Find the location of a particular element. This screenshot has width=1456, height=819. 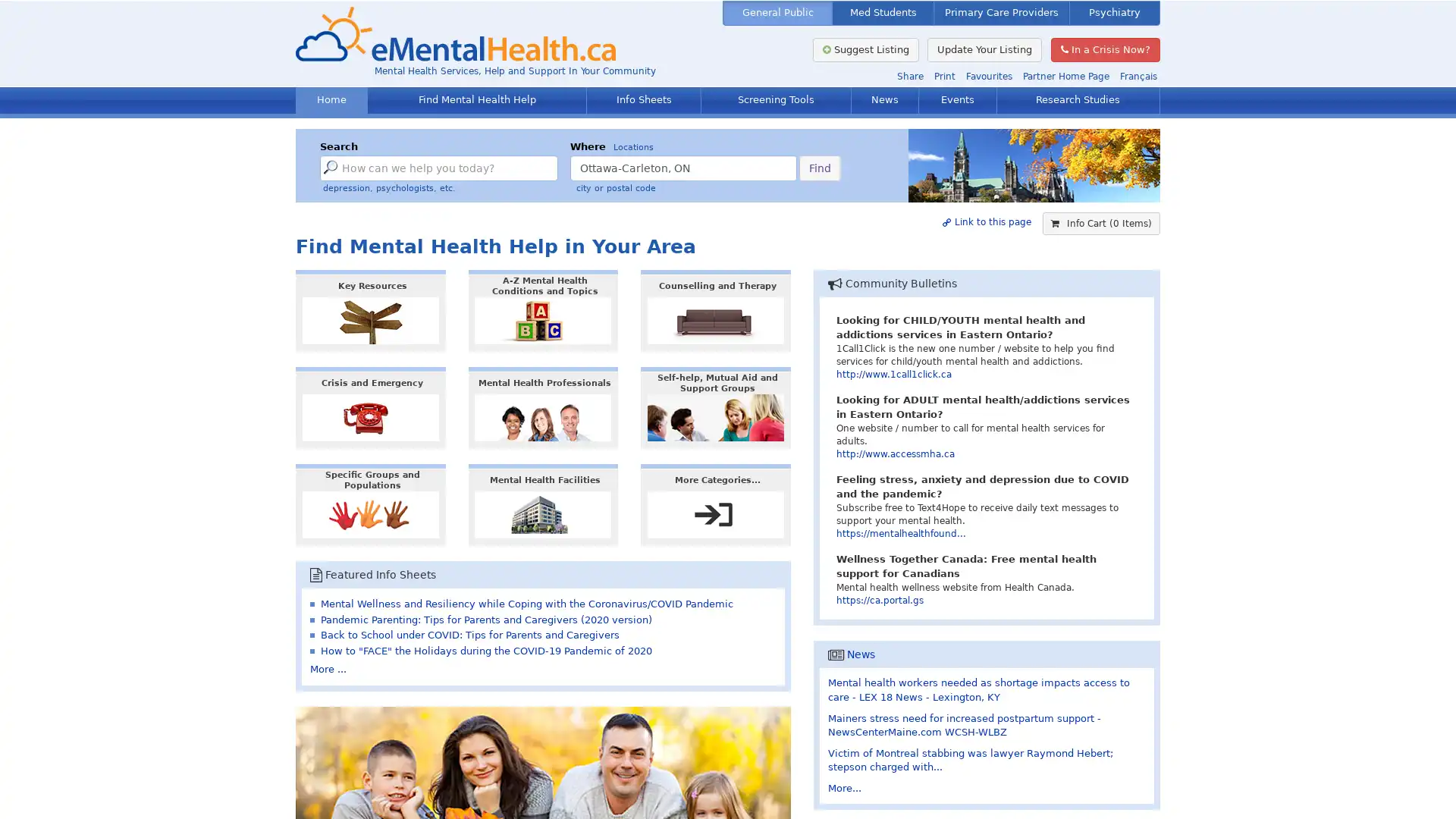

Find is located at coordinates (818, 168).